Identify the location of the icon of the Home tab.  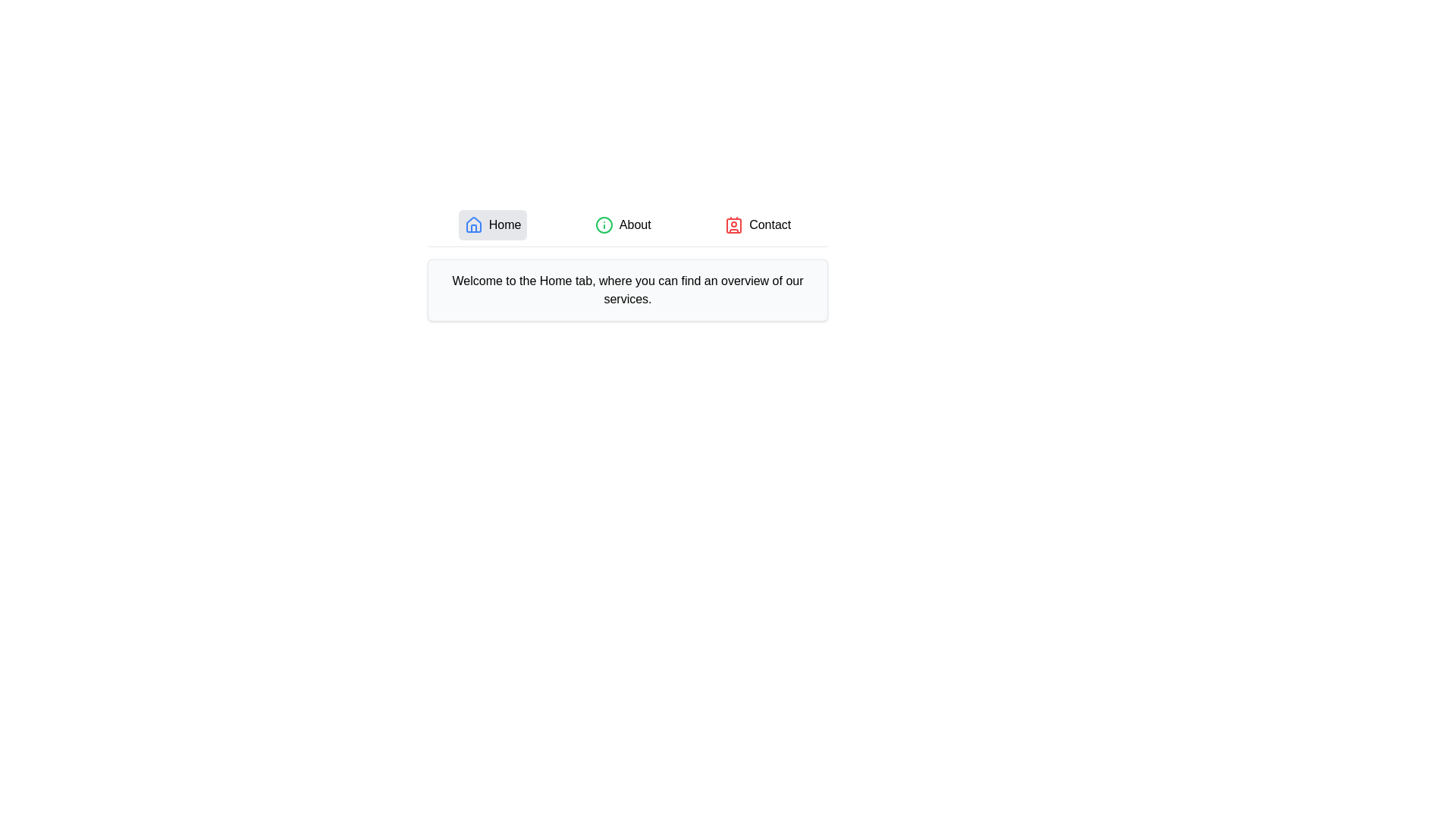
(472, 225).